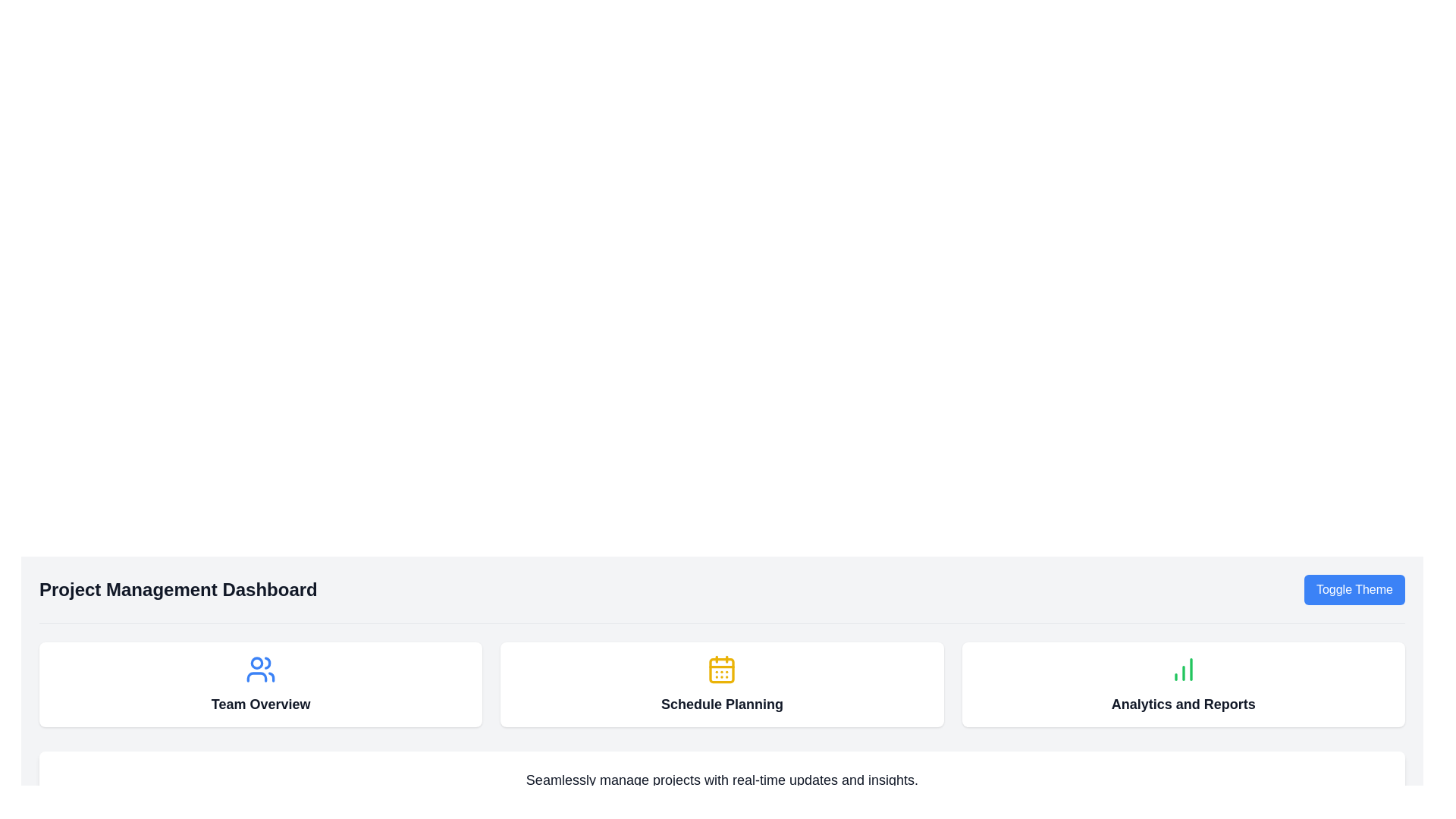  What do you see at coordinates (1182, 684) in the screenshot?
I see `the 'Analytics and Reports' interactive card, which features a green bar chart icon and is the third card in a set of three within the Project Management Dashboard` at bounding box center [1182, 684].